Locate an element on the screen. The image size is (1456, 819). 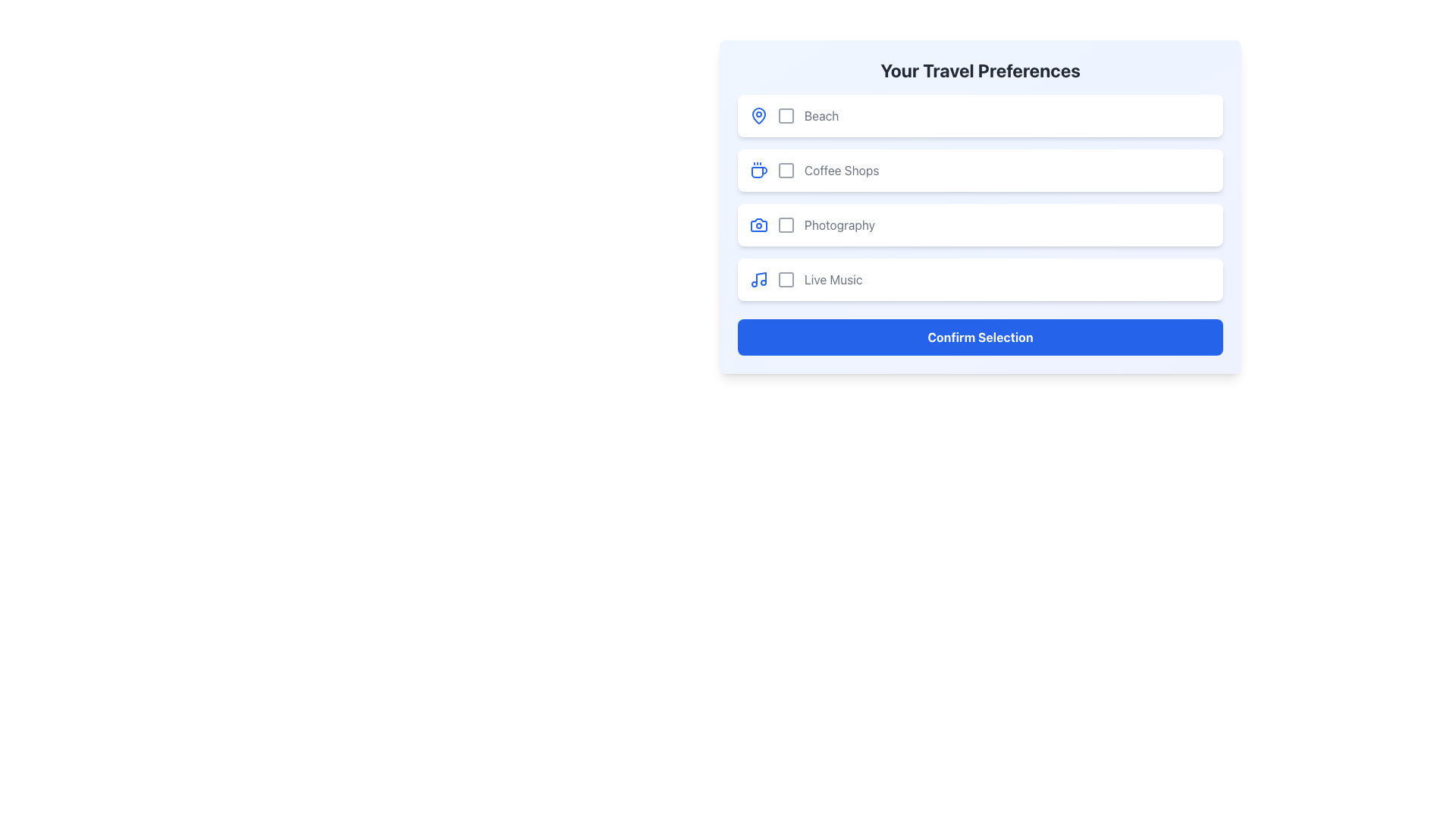
'Live Music' icon, which is the fourth option in the vertical list of preferences, to examine its styling is located at coordinates (786, 280).